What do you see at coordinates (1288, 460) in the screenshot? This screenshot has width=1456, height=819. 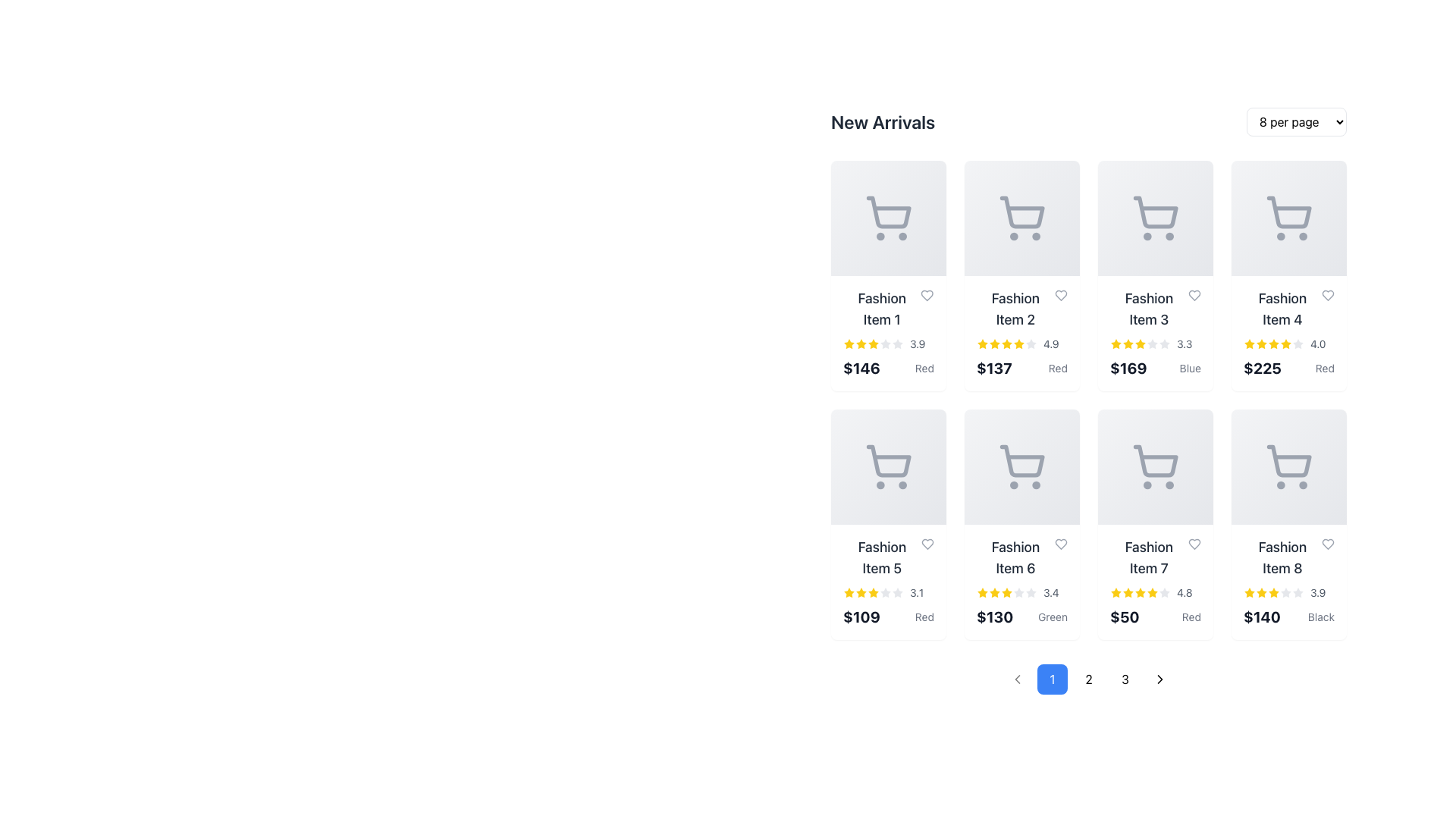 I see `the main body of the shopping cart icon, which is part of the SVG element representing the add to cart action, located in the last grid item of the second row of the product listing` at bounding box center [1288, 460].